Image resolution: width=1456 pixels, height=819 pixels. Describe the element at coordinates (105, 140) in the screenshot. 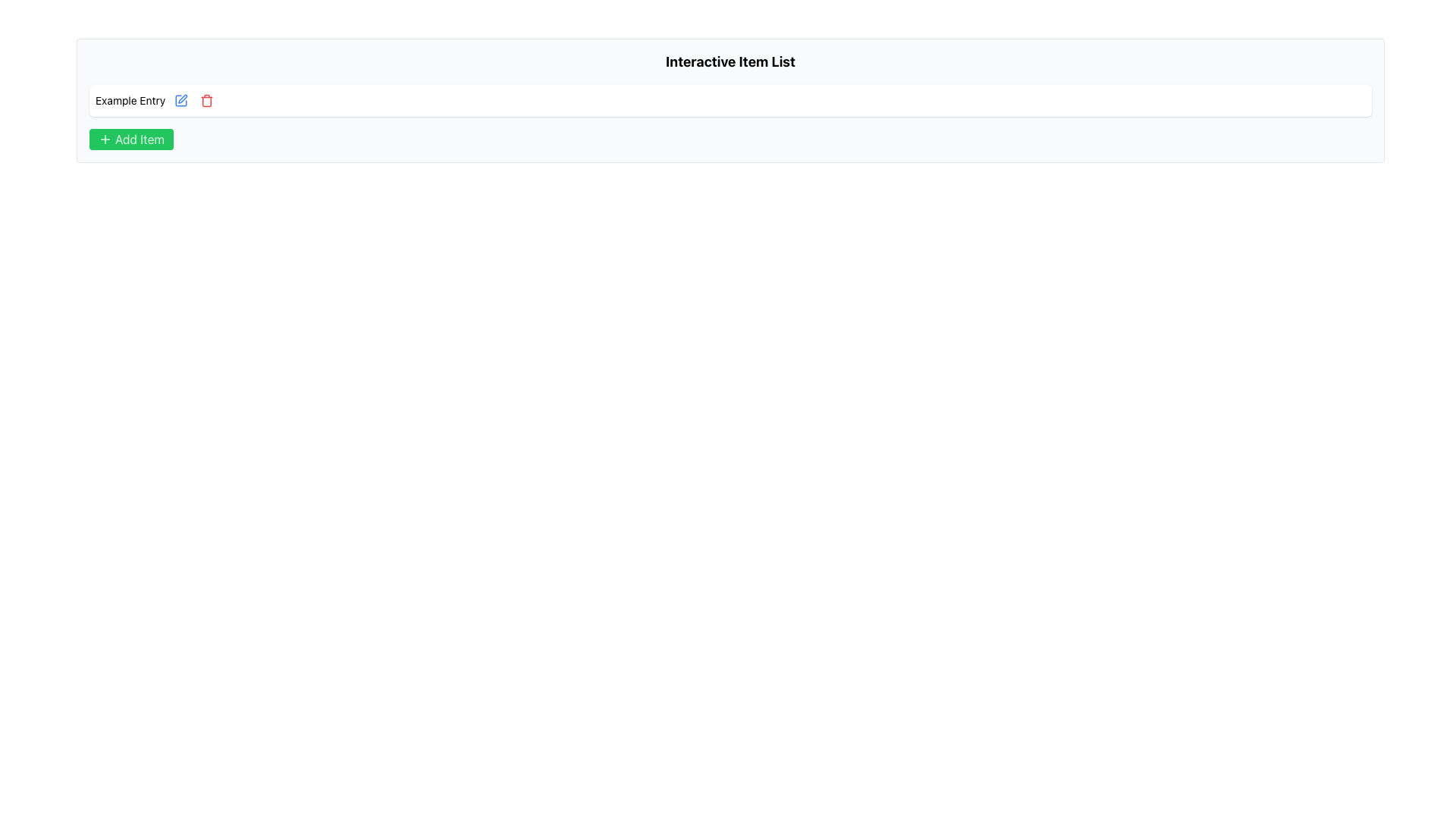

I see `the SVG Icon depicting a plus symbol (+) with a green background, located within the 'Add Item' button in the bottom-left section of the list area` at that location.